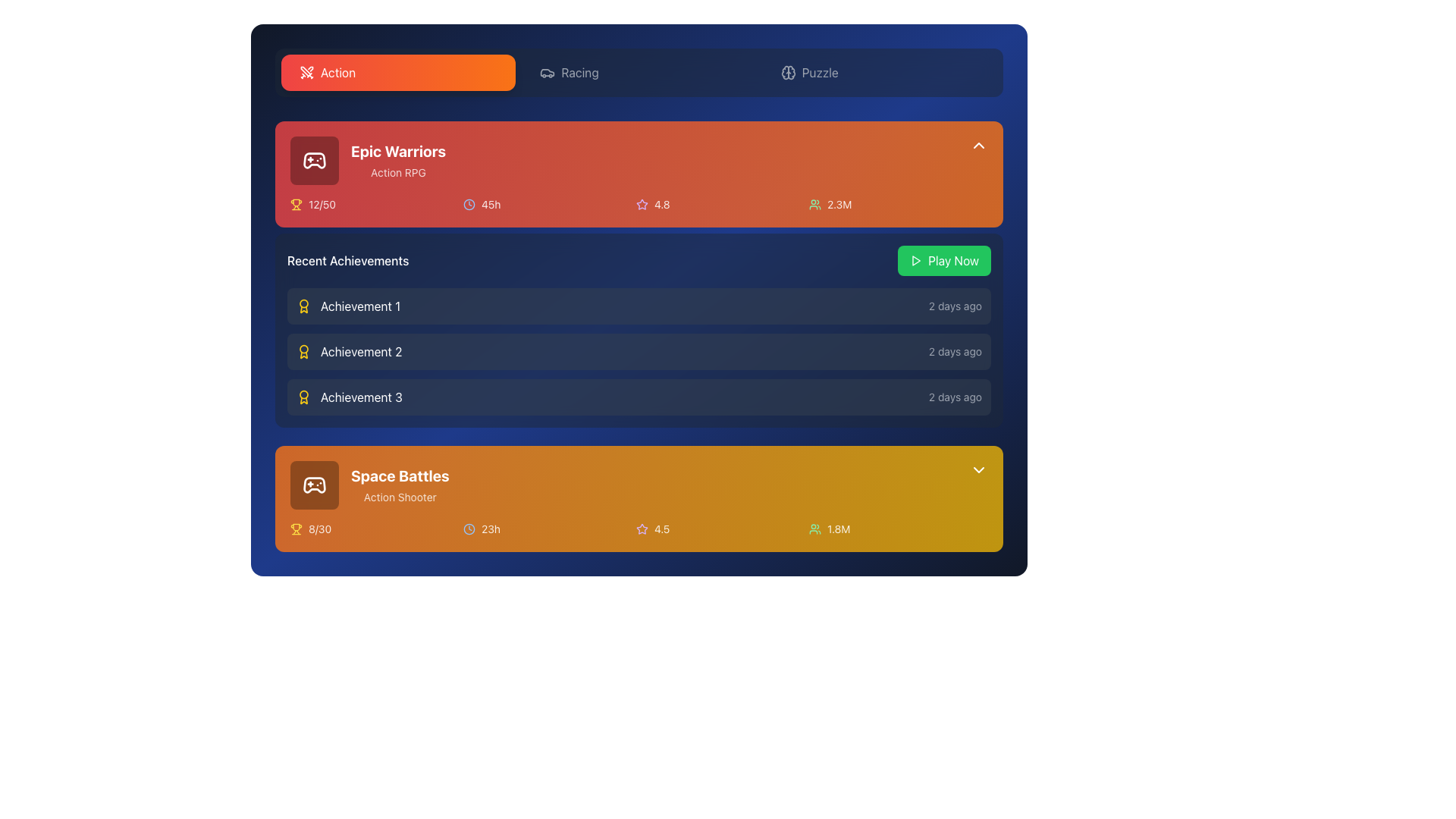  I want to click on the Decorative icon, which is a circular icon resembling a brain or cloud, located near the top-middle of the interface, right of the orange 'Action' label, so click(785, 73).